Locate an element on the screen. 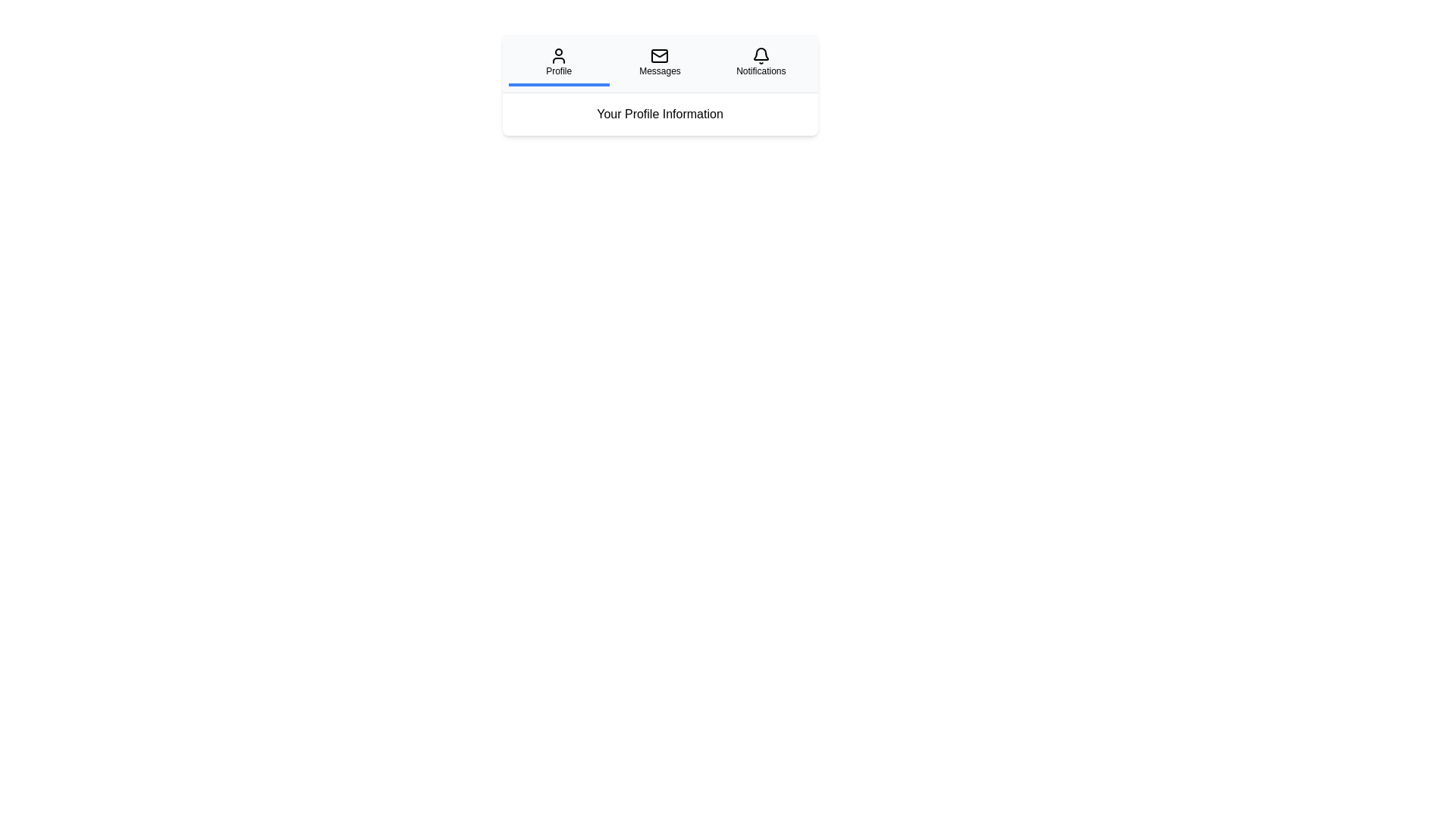  the bell-shaped notification icon located at the top-right corner of the interface, adjacent to 'Messages' and above 'Notifications' is located at coordinates (761, 53).